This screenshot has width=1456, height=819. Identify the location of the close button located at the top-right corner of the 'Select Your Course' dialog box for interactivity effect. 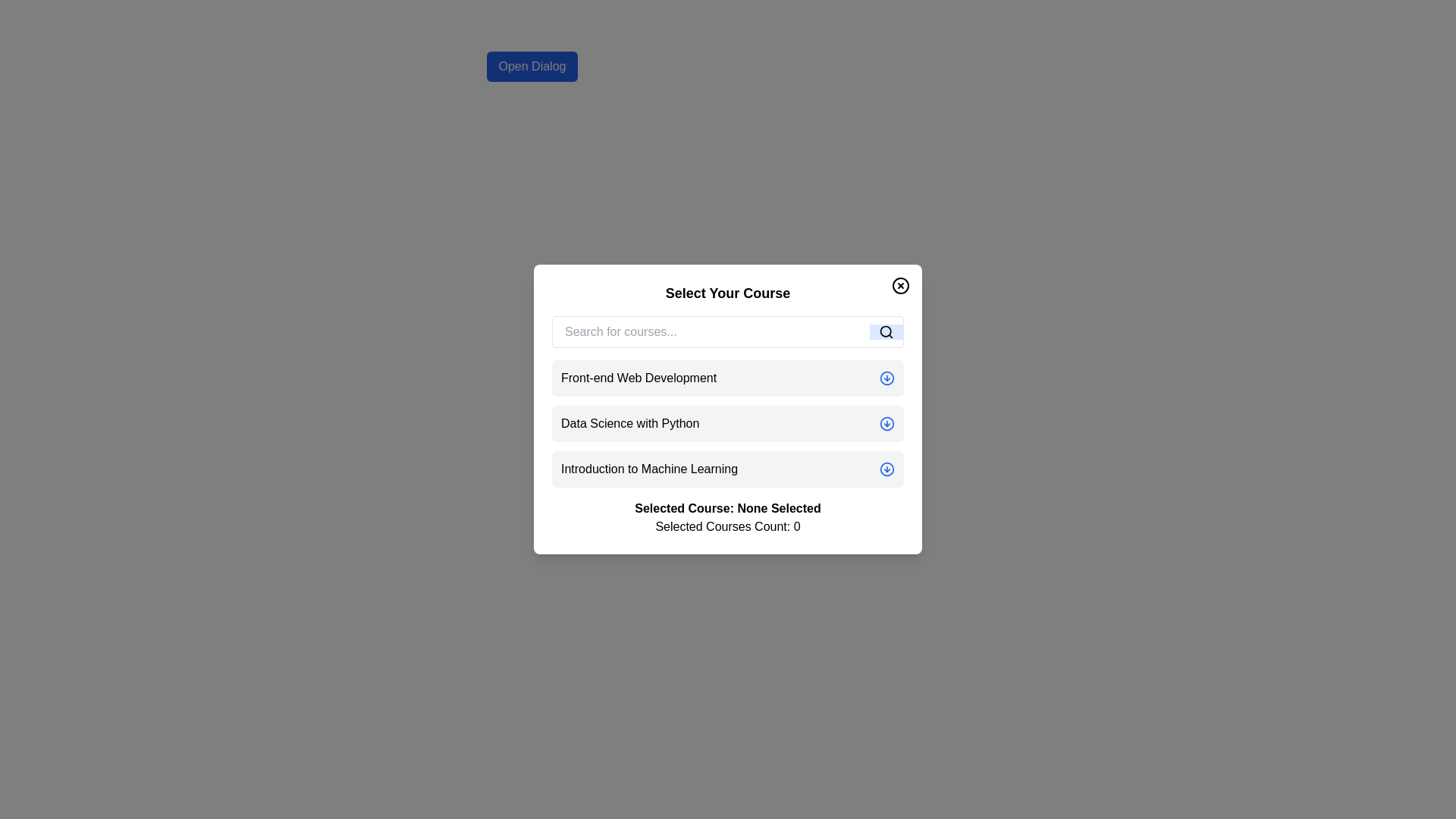
(901, 286).